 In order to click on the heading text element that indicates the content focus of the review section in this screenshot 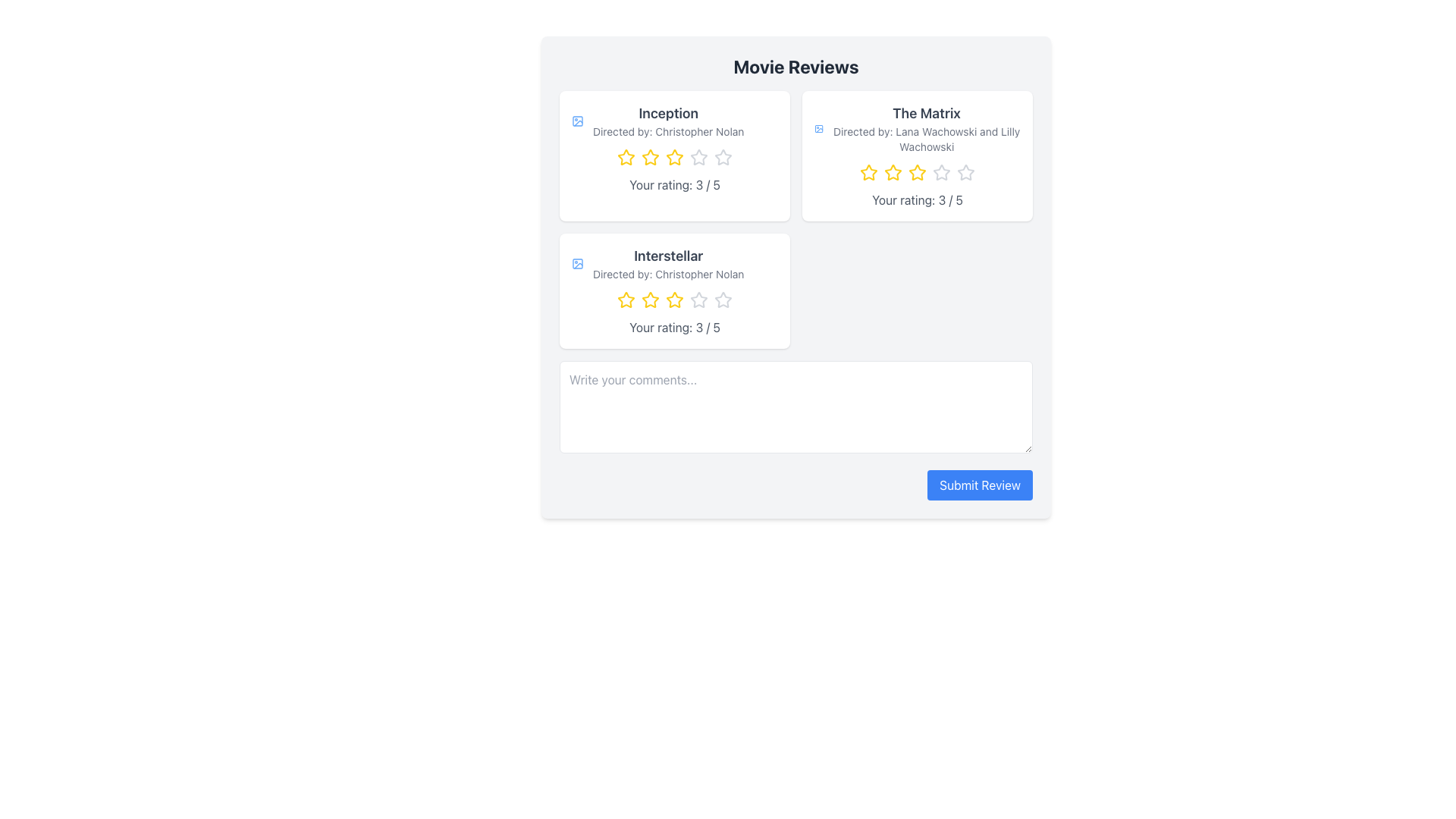, I will do `click(795, 66)`.